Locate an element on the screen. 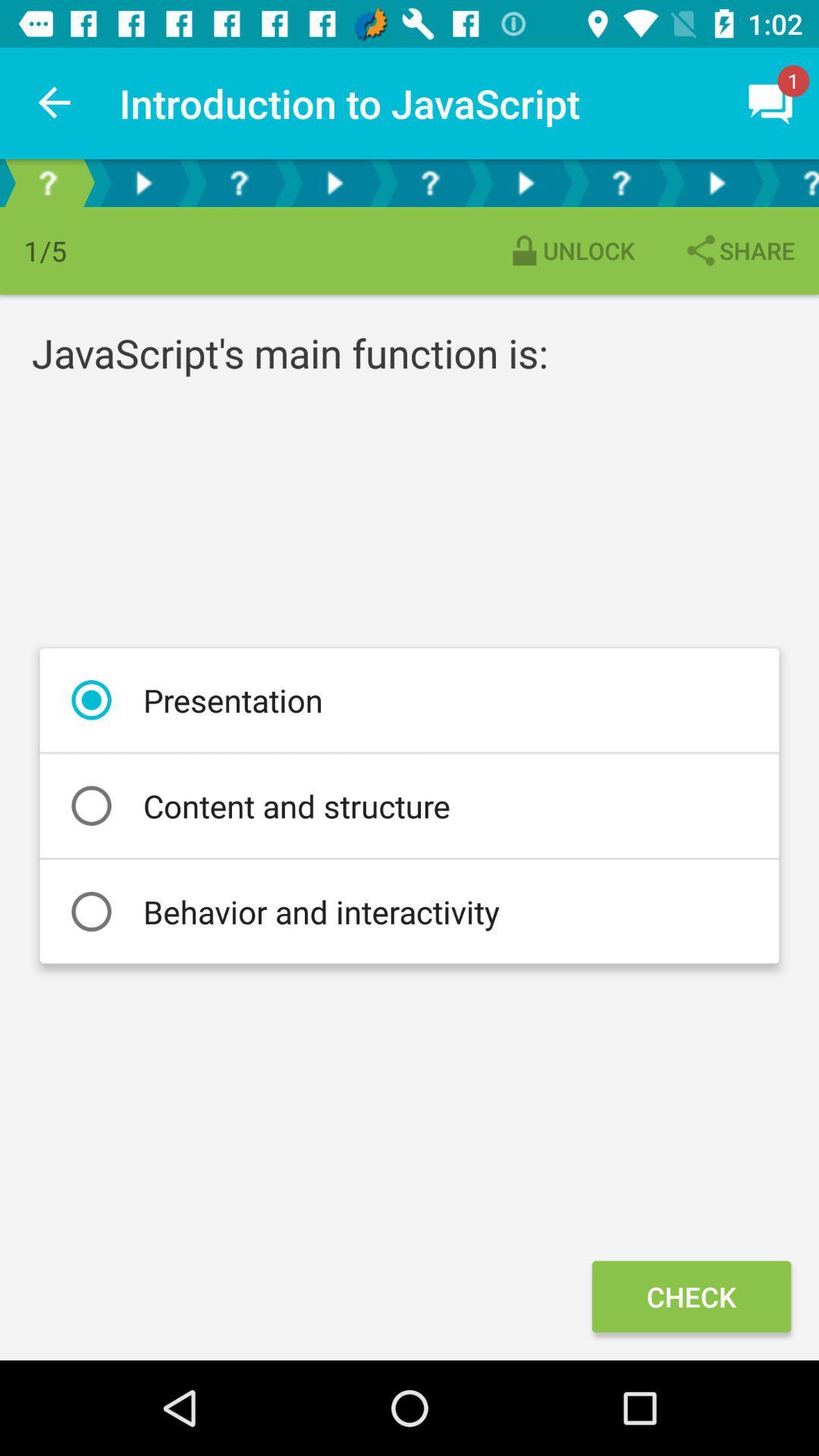  selected tab is located at coordinates (791, 182).